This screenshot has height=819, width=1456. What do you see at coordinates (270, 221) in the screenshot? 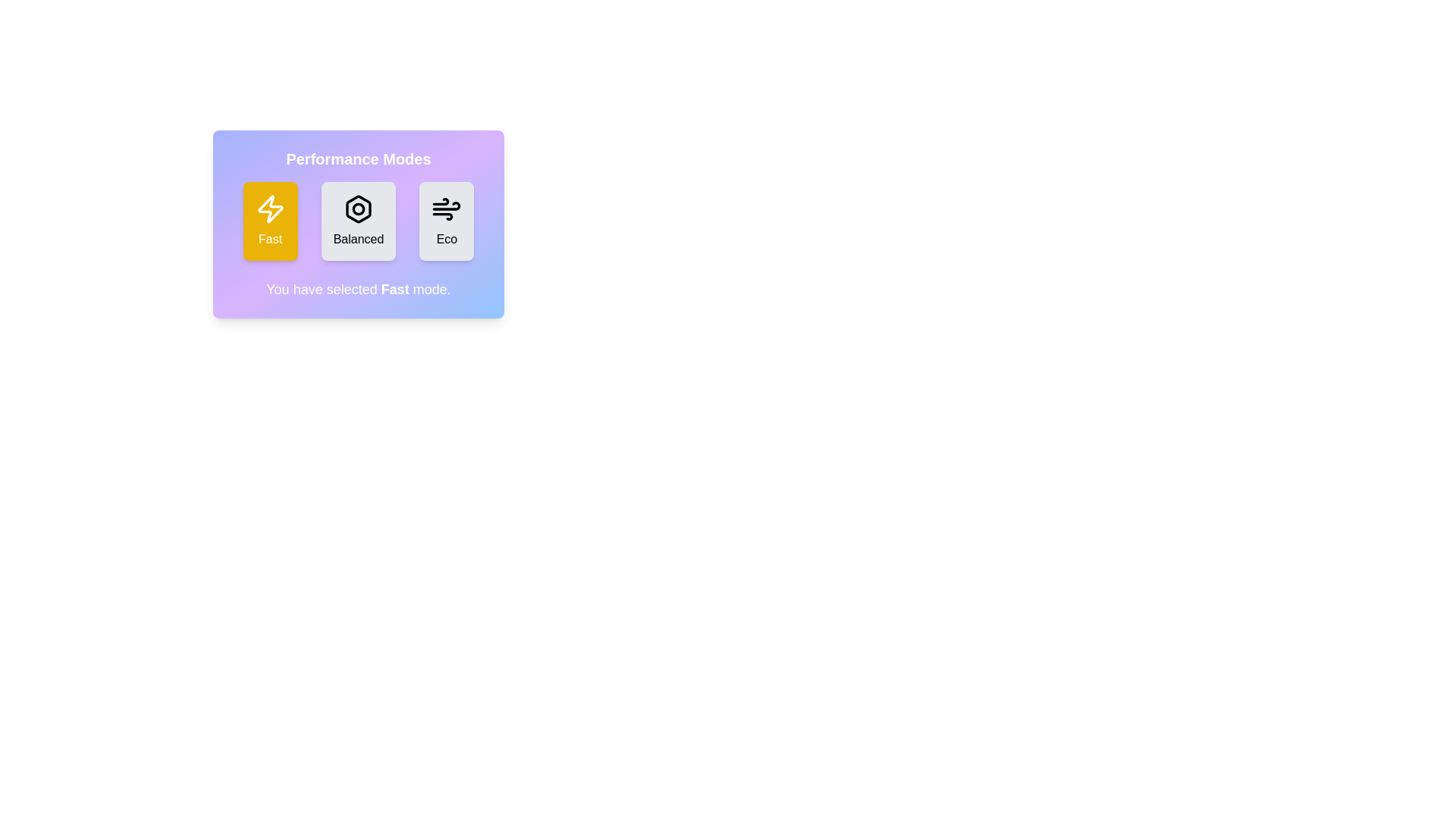
I see `the button corresponding to the mode 'Fast' to select it` at bounding box center [270, 221].